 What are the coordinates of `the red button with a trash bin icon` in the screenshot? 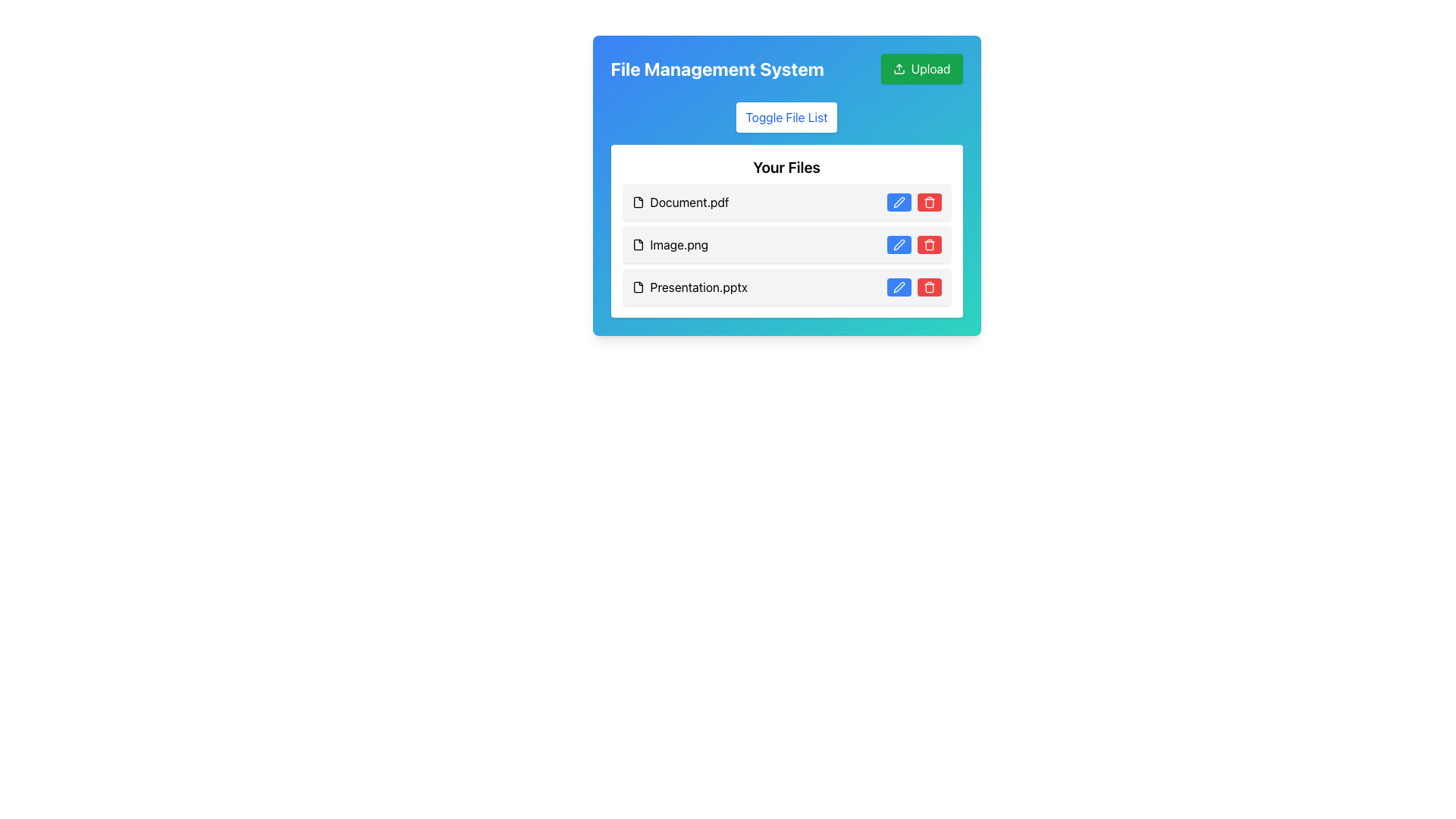 It's located at (928, 201).